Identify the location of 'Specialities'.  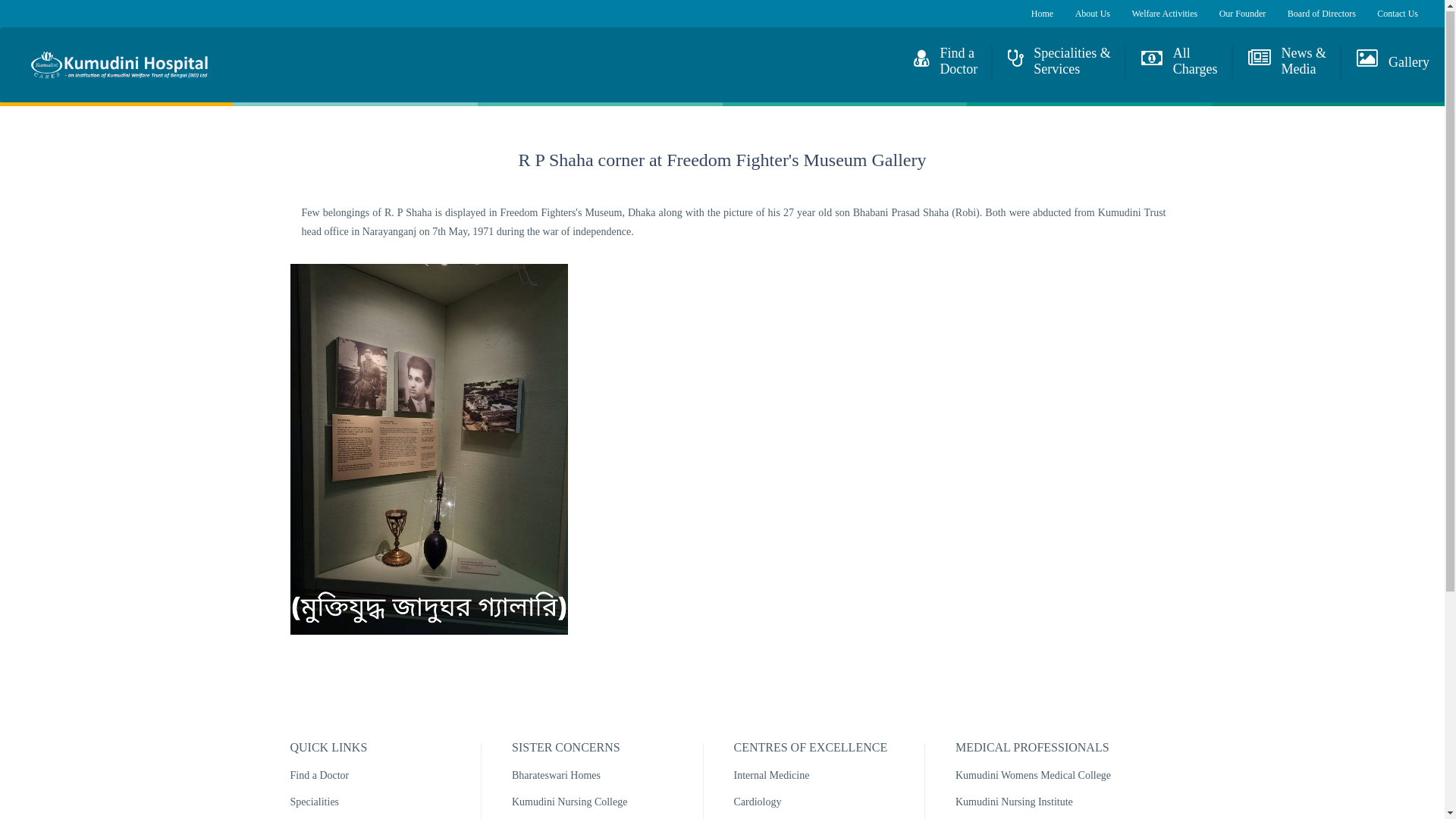
(313, 802).